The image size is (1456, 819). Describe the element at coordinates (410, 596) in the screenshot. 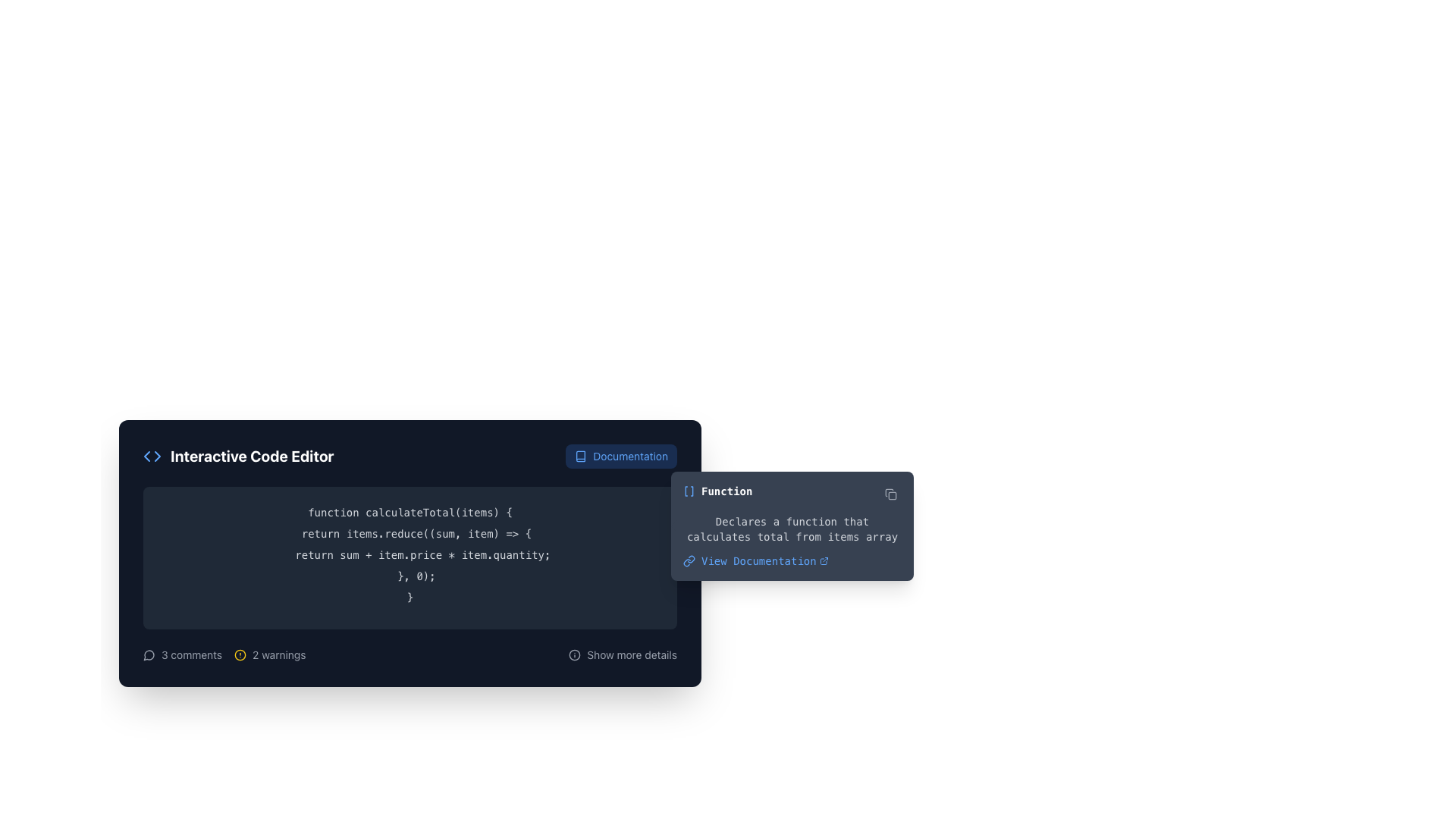

I see `closing delimiter text that indicates the end of a function definition, positioned after the closing parenthesis of a 'reduce' function call in the code editor` at that location.